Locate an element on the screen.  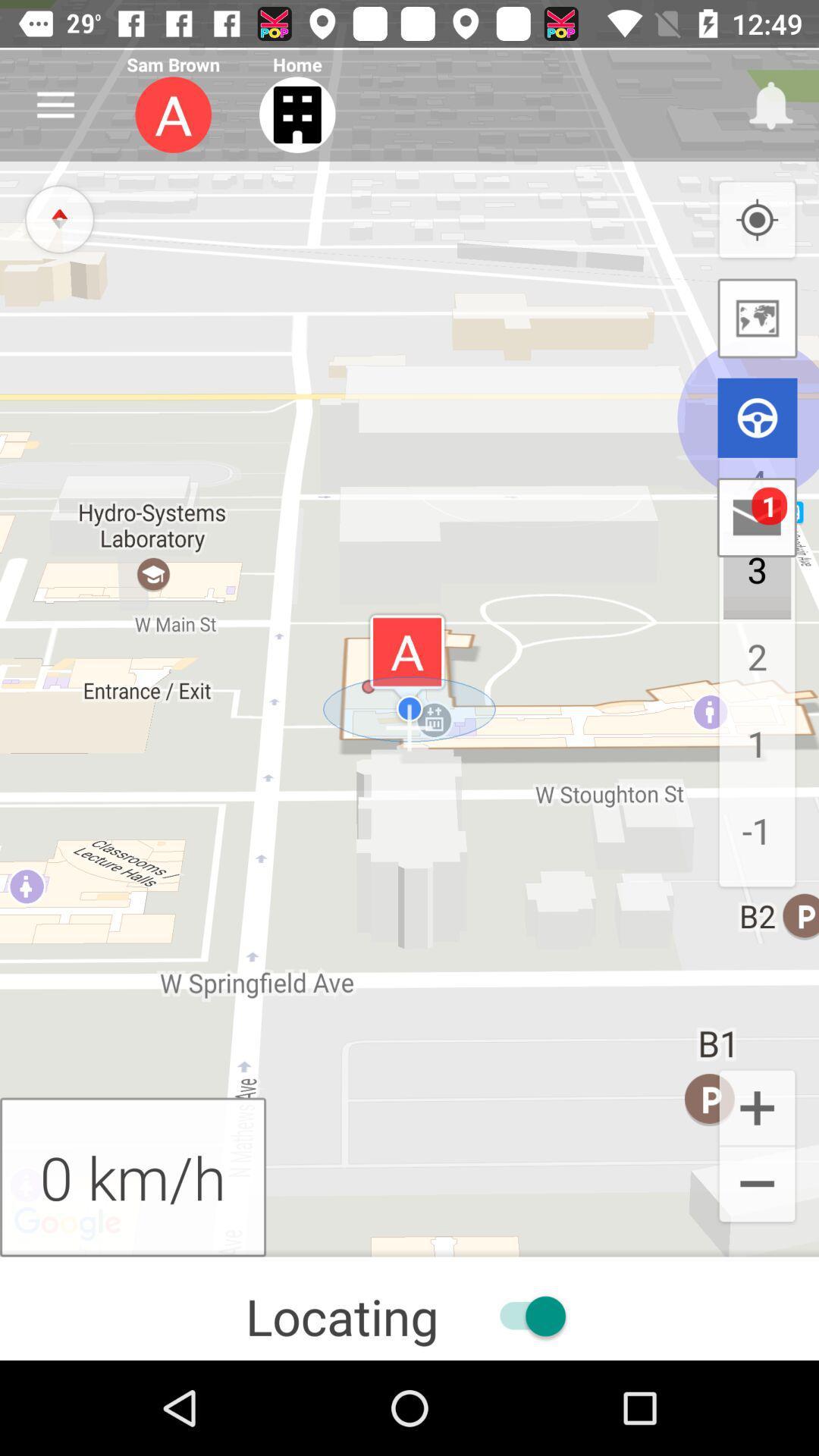
the wallpaper icon is located at coordinates (758, 318).